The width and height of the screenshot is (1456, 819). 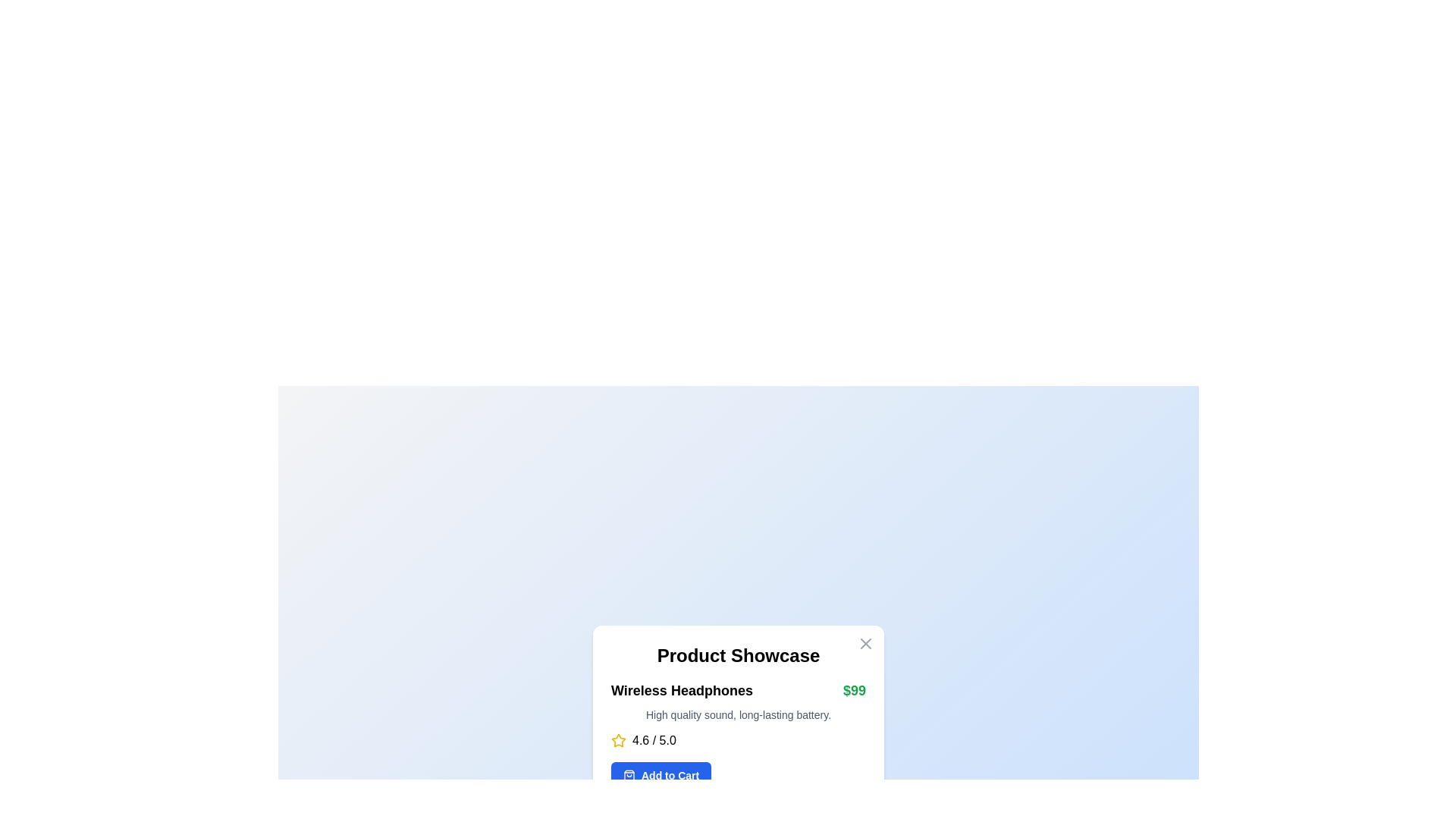 What do you see at coordinates (866, 643) in the screenshot?
I see `the 'X' shaped SVG vector graphic located in the top right corner of the card-style user interface` at bounding box center [866, 643].